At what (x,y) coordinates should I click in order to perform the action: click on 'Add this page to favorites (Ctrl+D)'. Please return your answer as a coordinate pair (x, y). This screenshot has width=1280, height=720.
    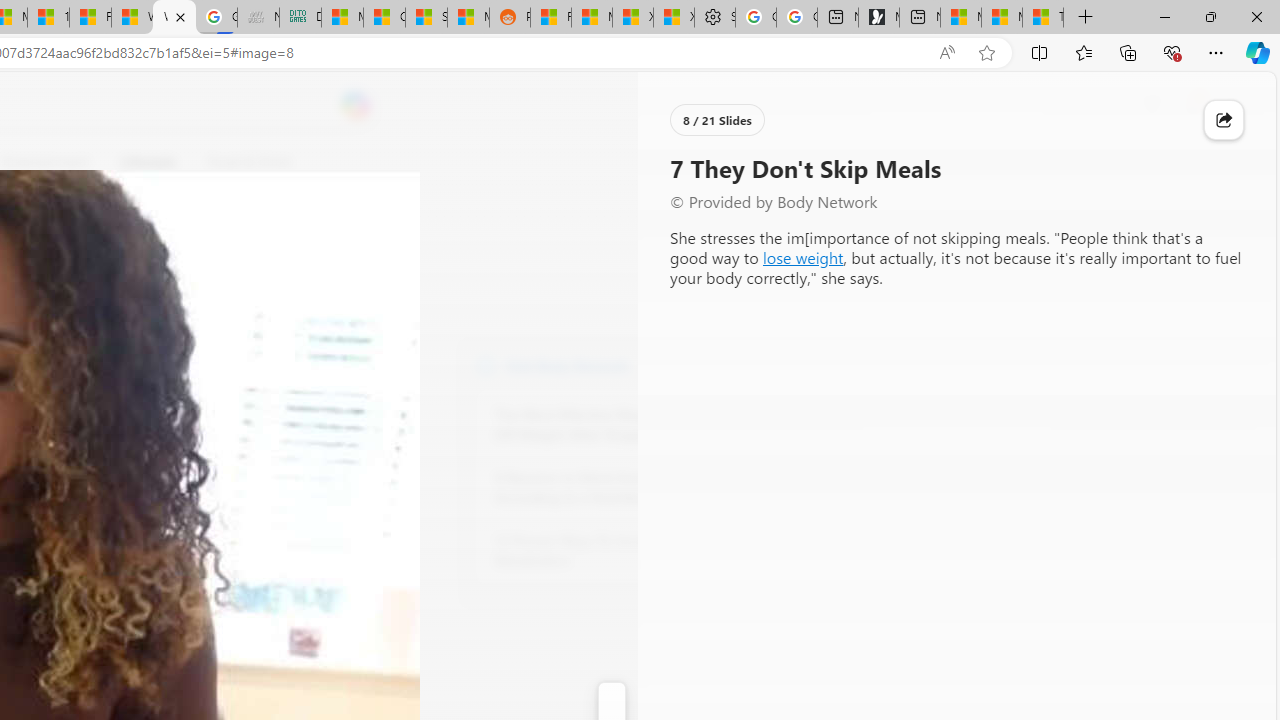
    Looking at the image, I should click on (986, 52).